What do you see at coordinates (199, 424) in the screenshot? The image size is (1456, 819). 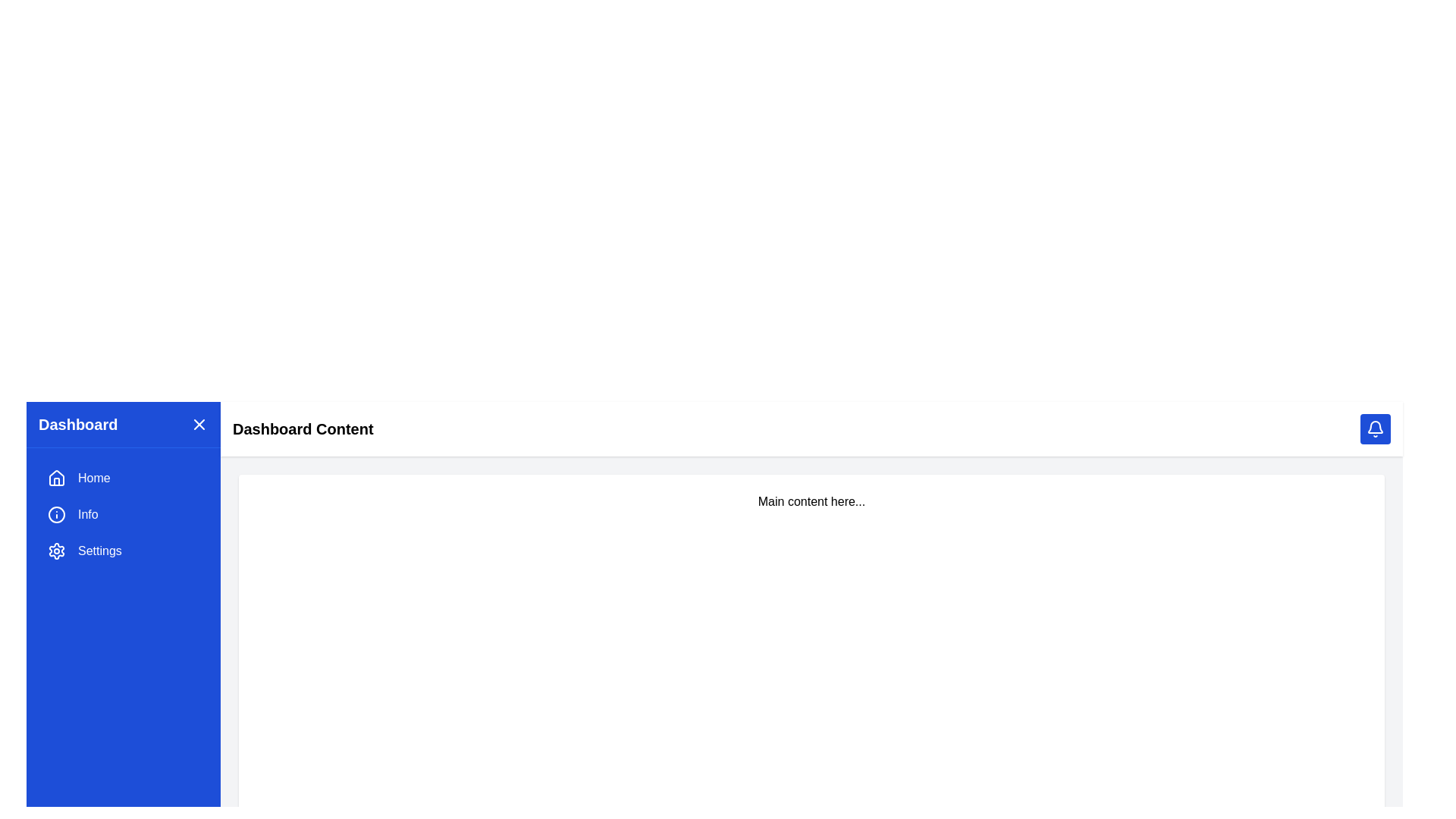 I see `the close button represented by a white 'X' icon in the top right corner of the blue sidebar header labeled 'Dashboard'` at bounding box center [199, 424].